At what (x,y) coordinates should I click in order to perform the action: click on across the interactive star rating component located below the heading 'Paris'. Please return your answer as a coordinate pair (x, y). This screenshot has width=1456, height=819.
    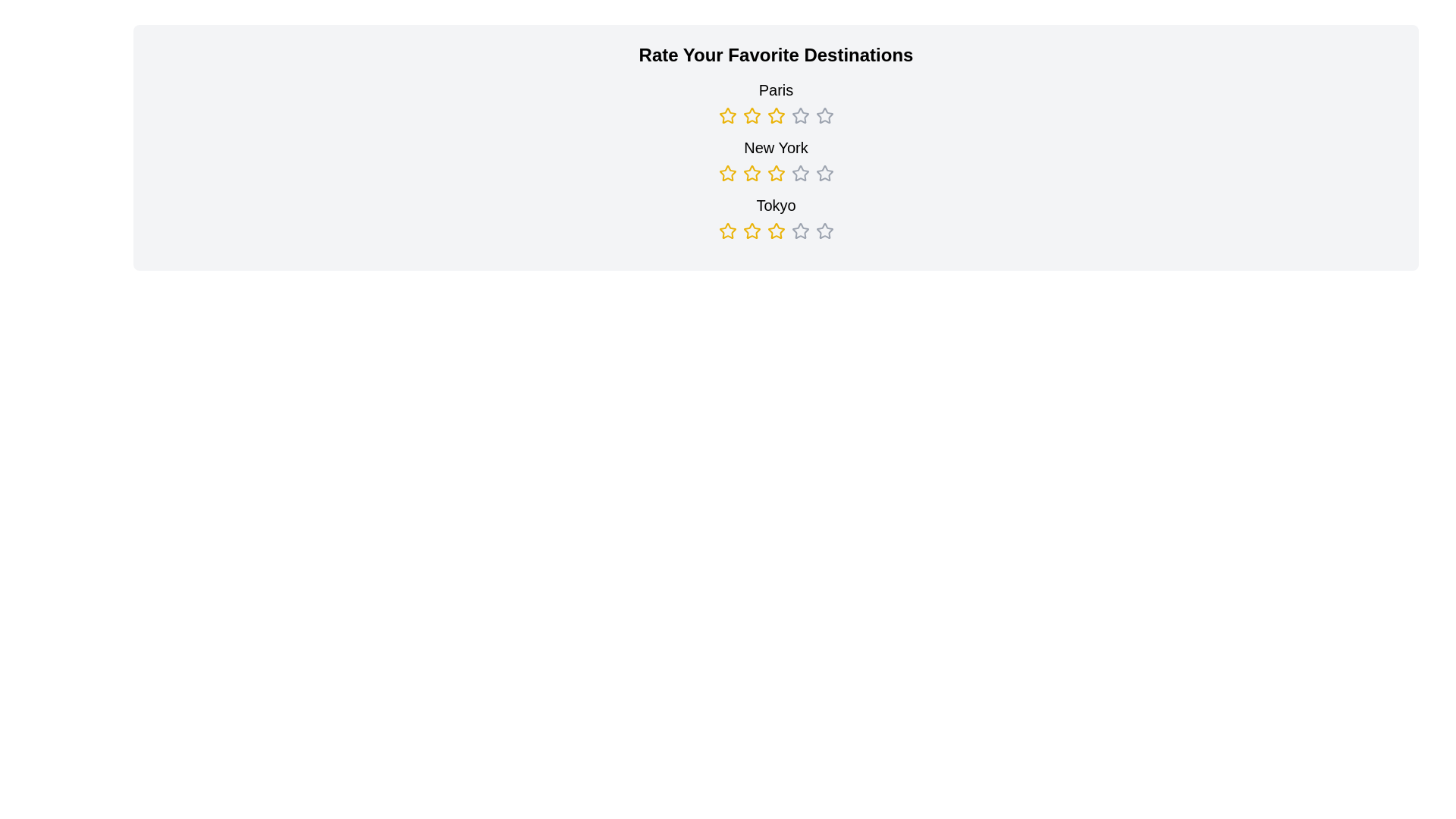
    Looking at the image, I should click on (776, 115).